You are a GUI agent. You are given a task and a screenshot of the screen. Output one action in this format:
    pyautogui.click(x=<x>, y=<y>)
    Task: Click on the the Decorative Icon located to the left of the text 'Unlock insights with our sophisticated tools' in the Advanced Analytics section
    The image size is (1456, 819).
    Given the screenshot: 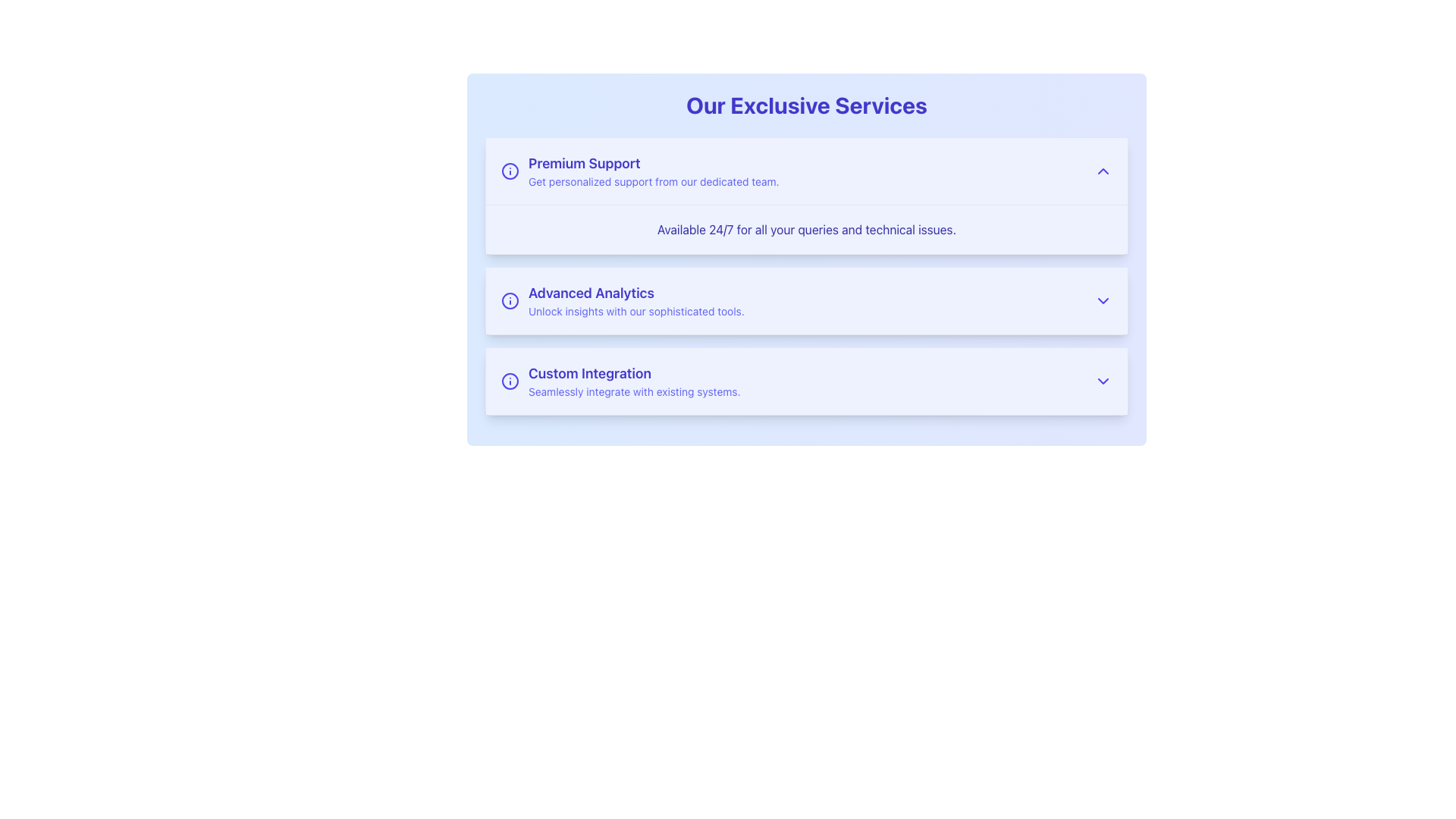 What is the action you would take?
    pyautogui.click(x=510, y=301)
    